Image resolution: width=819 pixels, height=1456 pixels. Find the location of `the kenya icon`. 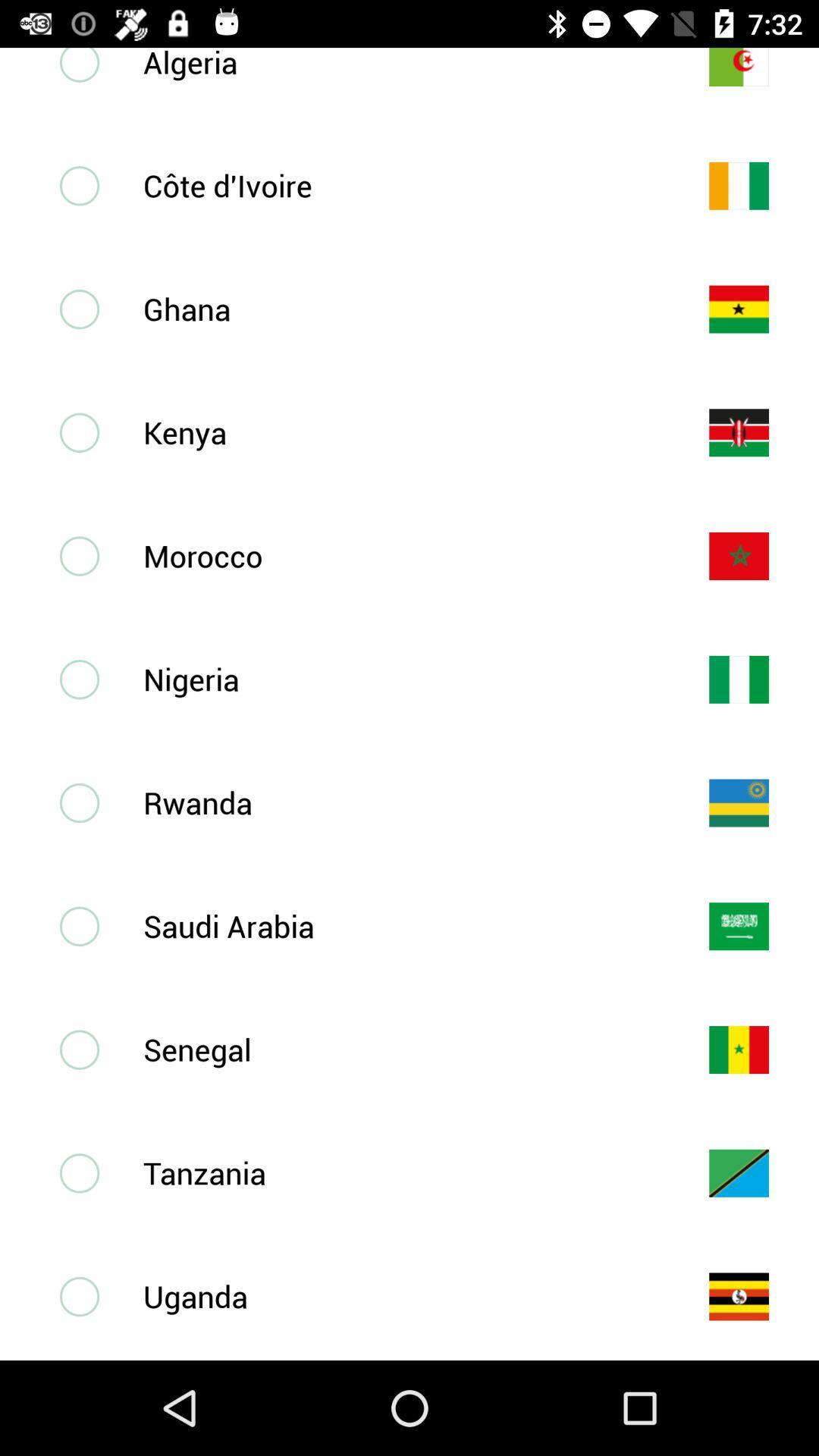

the kenya icon is located at coordinates (400, 431).